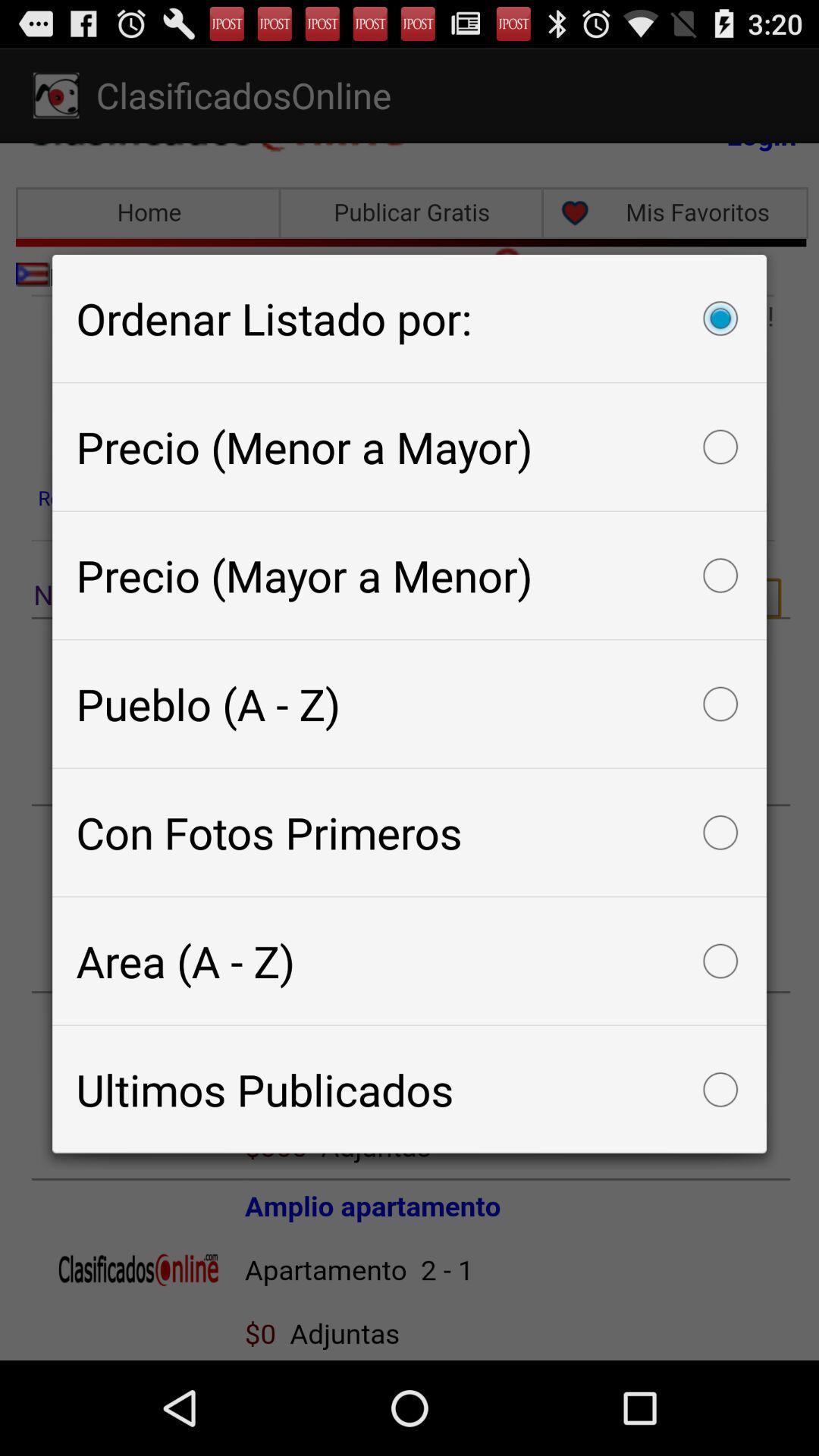  I want to click on the checkbox above area (a - z) icon, so click(409, 832).